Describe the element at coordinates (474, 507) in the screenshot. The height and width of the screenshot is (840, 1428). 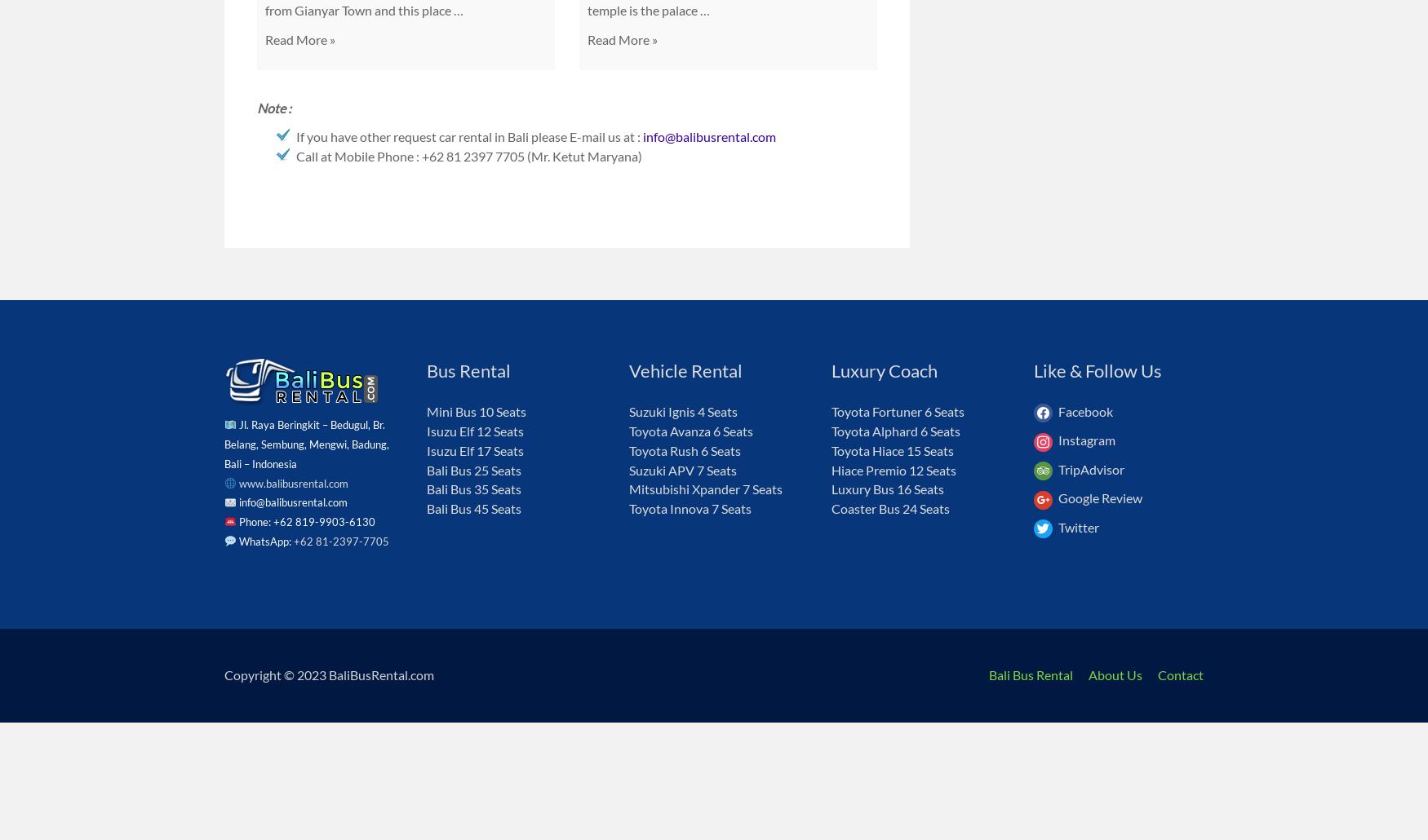
I see `'Bali Bus 45 Seats'` at that location.